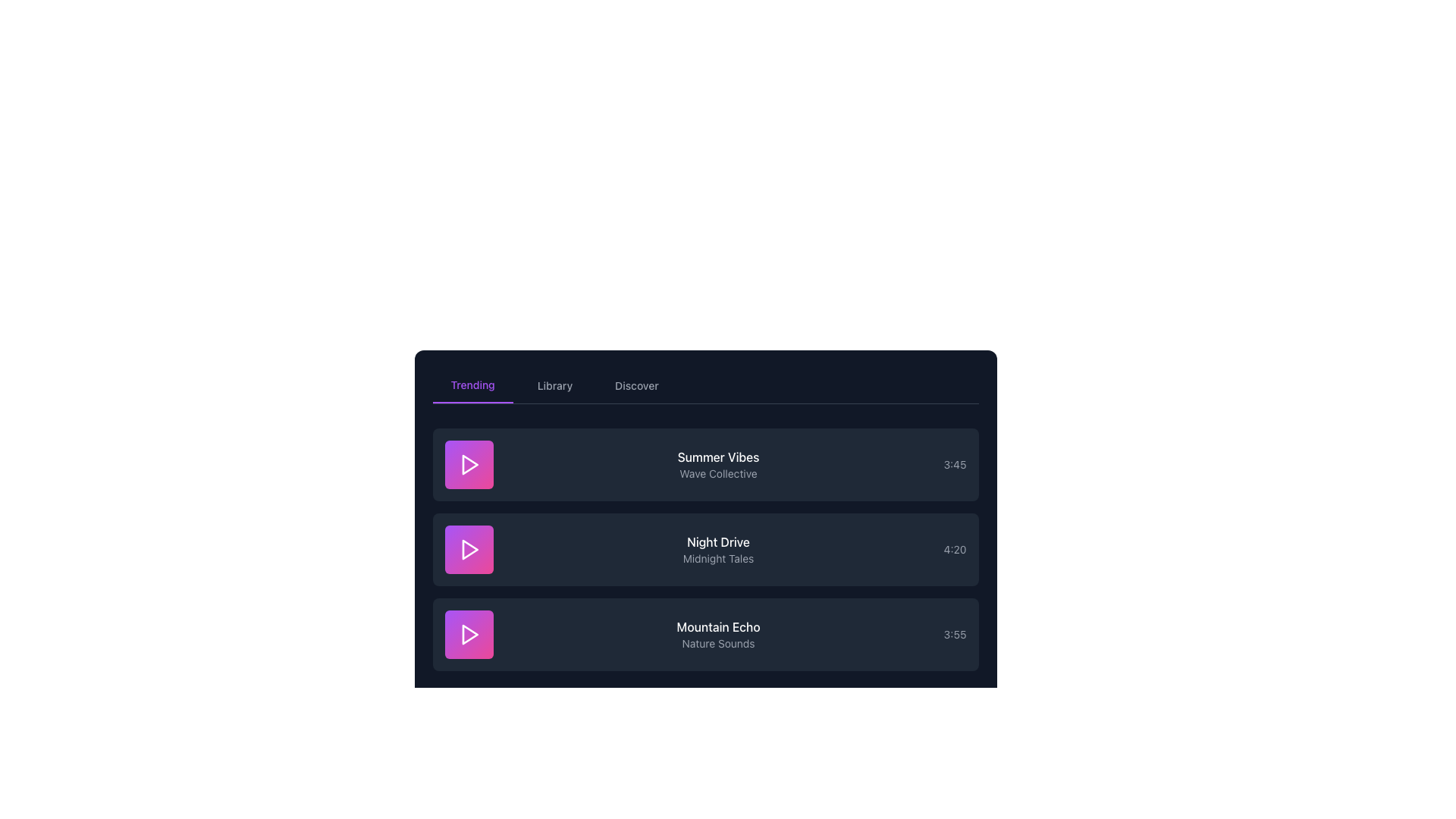 This screenshot has height=819, width=1456. I want to click on the text label providing additional descriptive information located beneath the 'Night Drive' text in the second block of content, so click(717, 558).